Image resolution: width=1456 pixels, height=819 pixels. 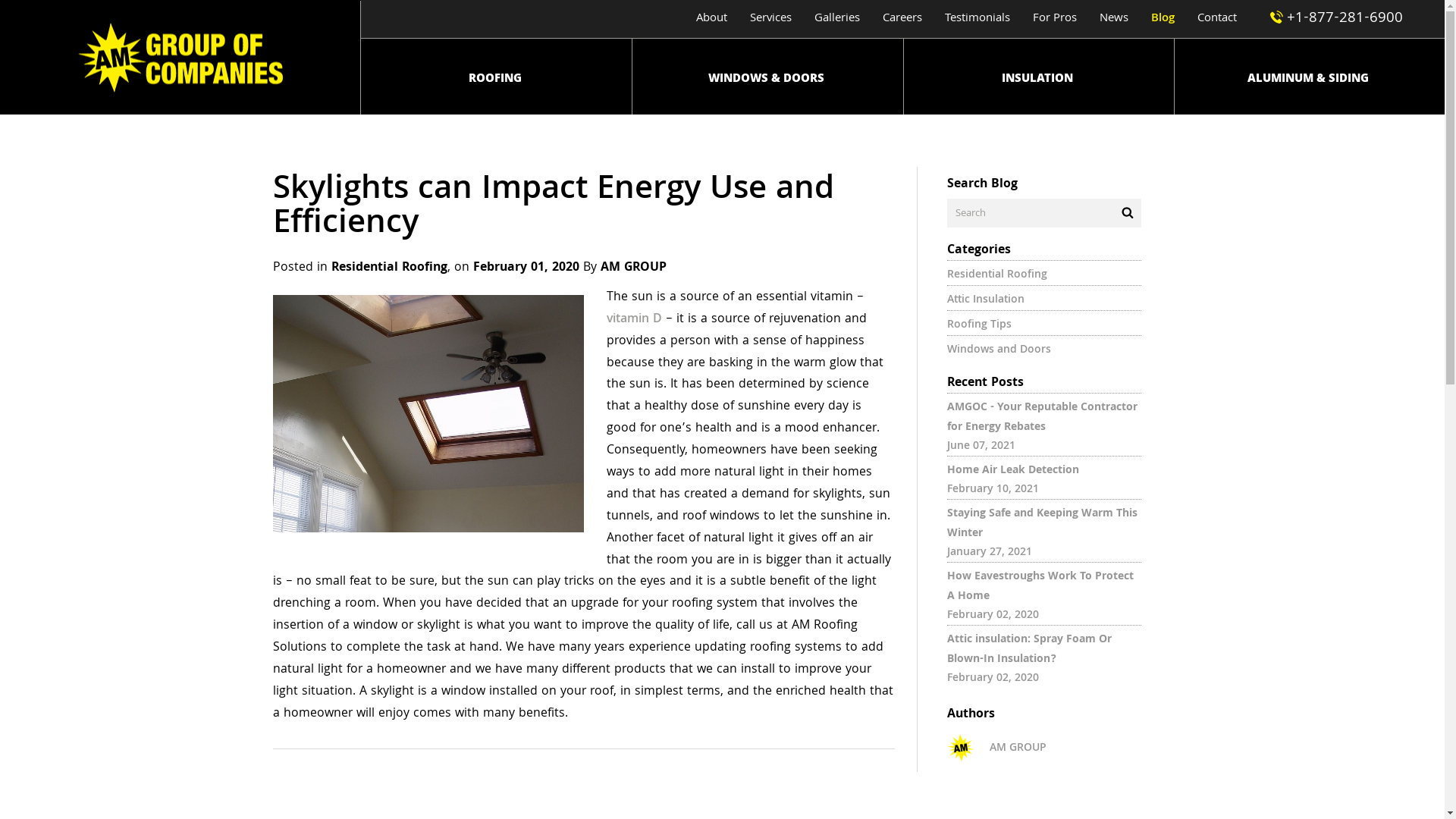 What do you see at coordinates (1326, 18) in the screenshot?
I see `'+1-877-281-6900'` at bounding box center [1326, 18].